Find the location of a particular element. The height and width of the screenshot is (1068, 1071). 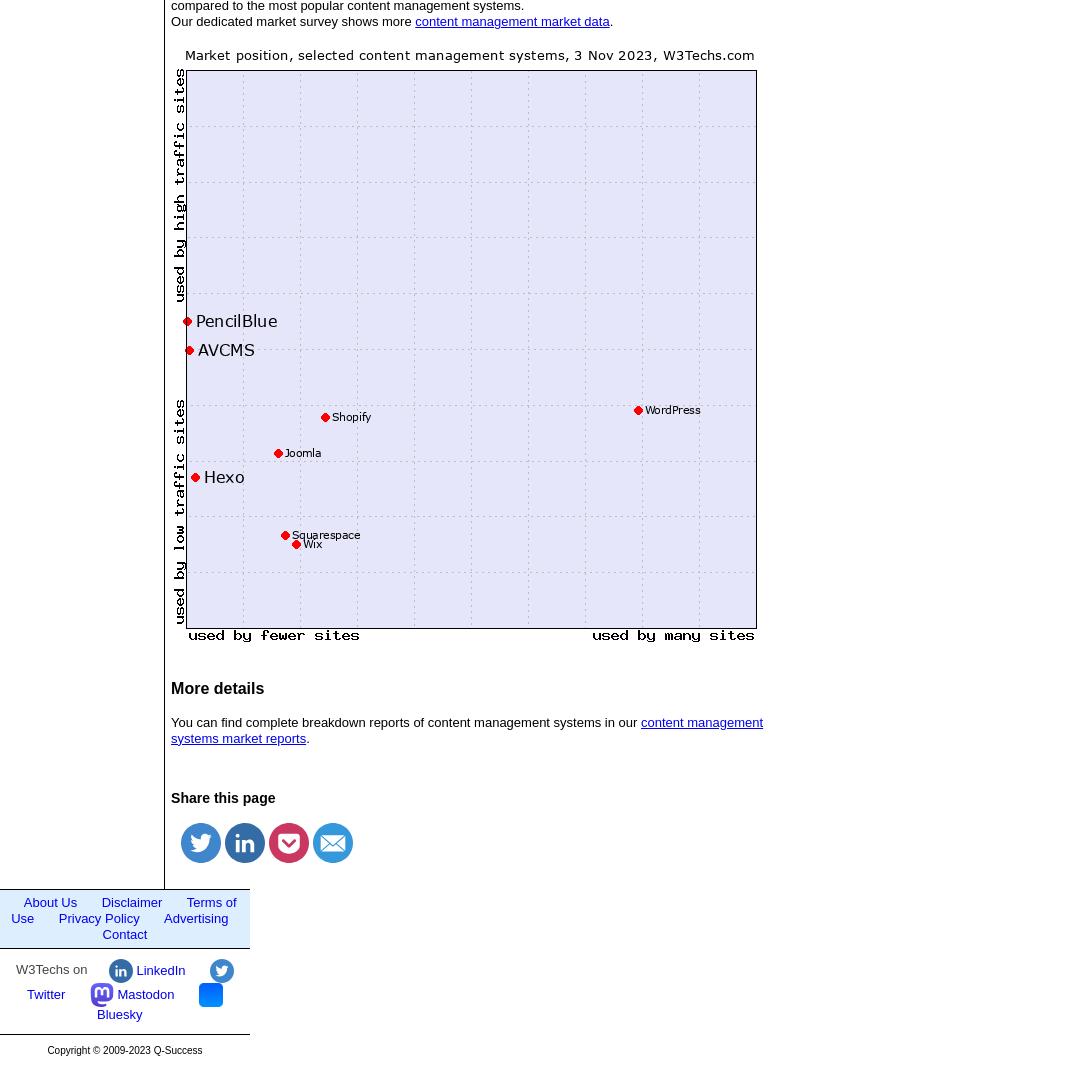

'content management systems market reports' is located at coordinates (170, 729).